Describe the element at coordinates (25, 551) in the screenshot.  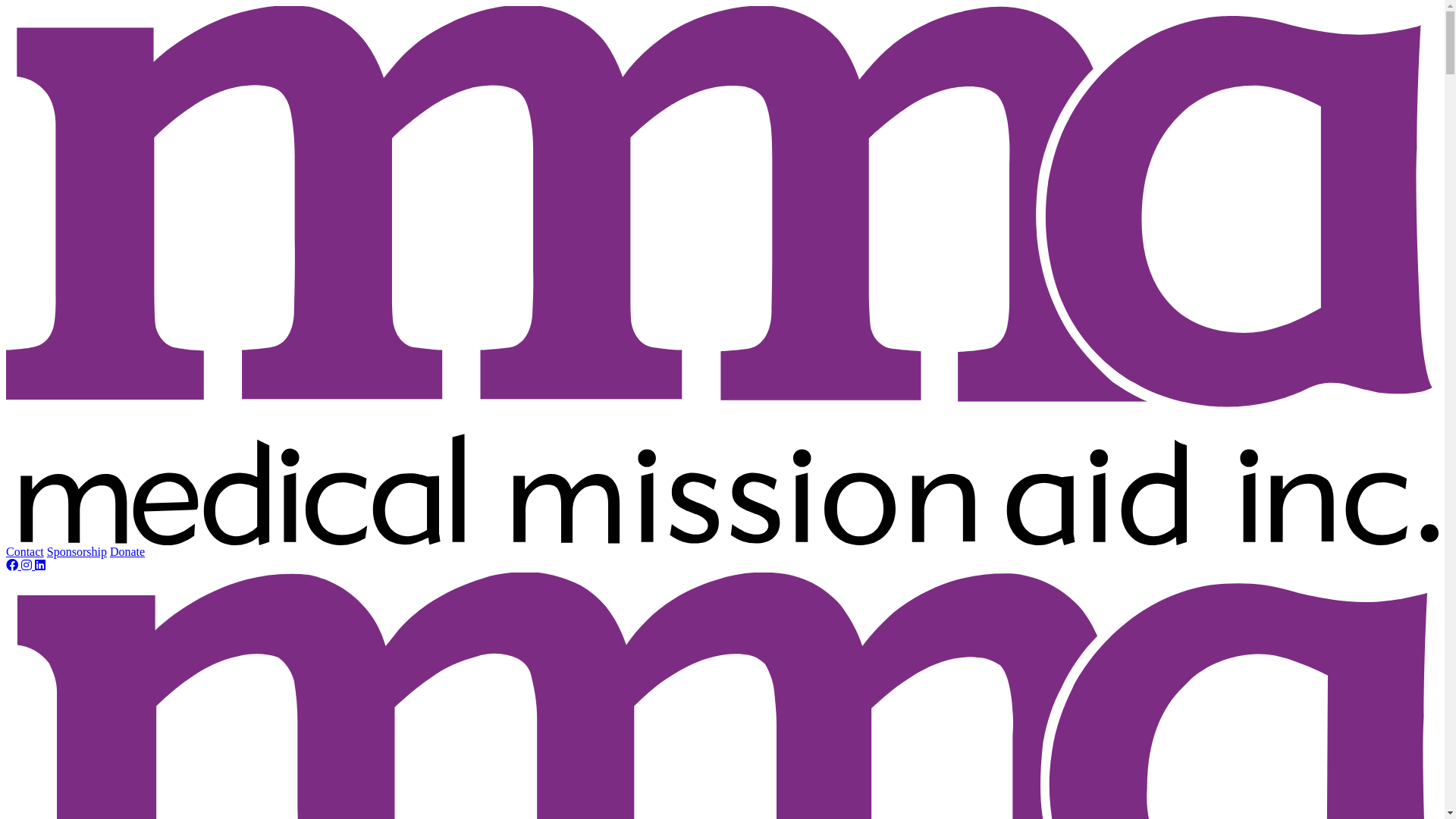
I see `'Contact'` at that location.